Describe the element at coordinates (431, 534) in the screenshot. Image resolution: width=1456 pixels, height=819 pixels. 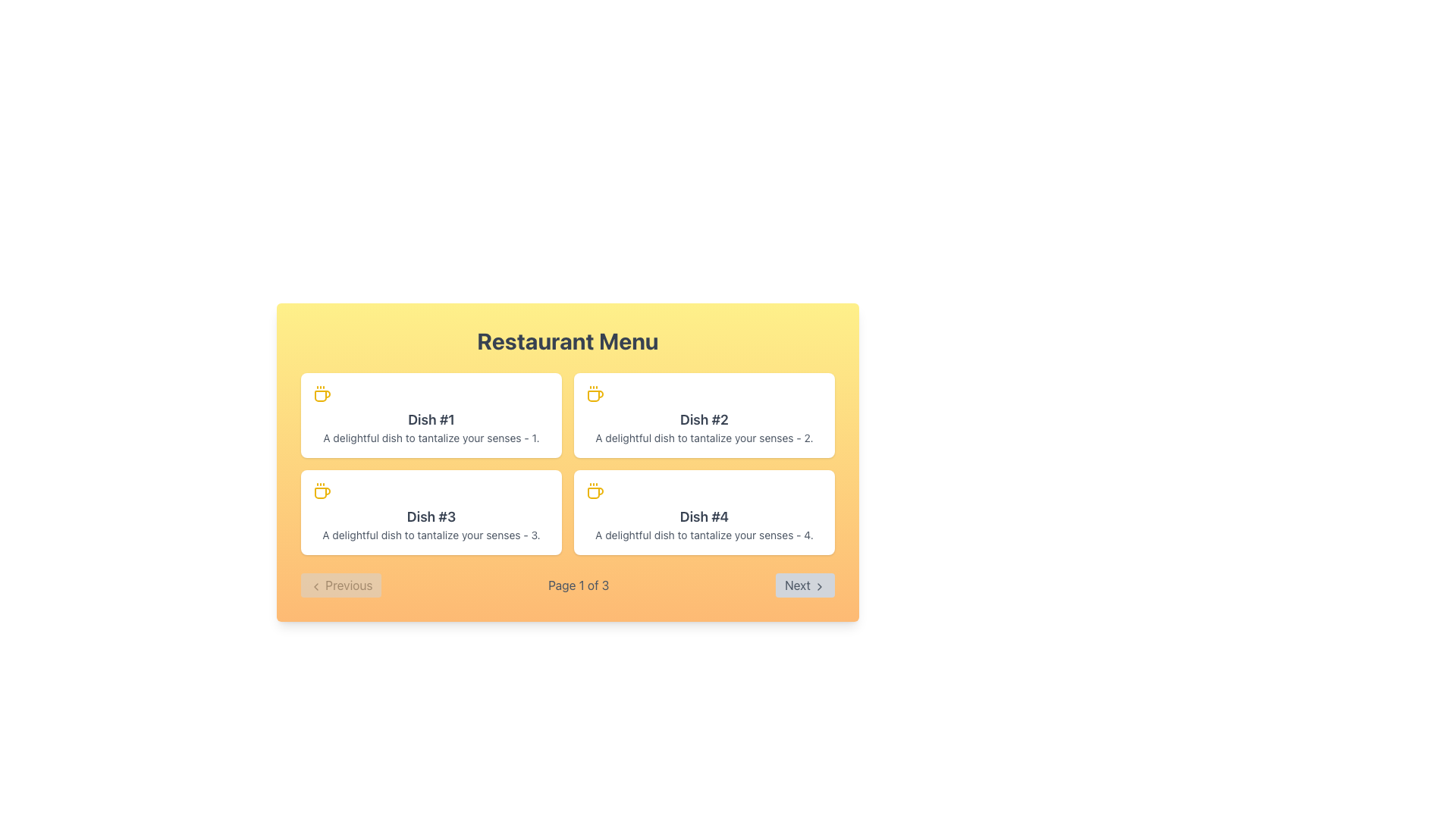
I see `the Text Label that provides details about 'Dish #3', located below the heading and aligned to its left` at that location.